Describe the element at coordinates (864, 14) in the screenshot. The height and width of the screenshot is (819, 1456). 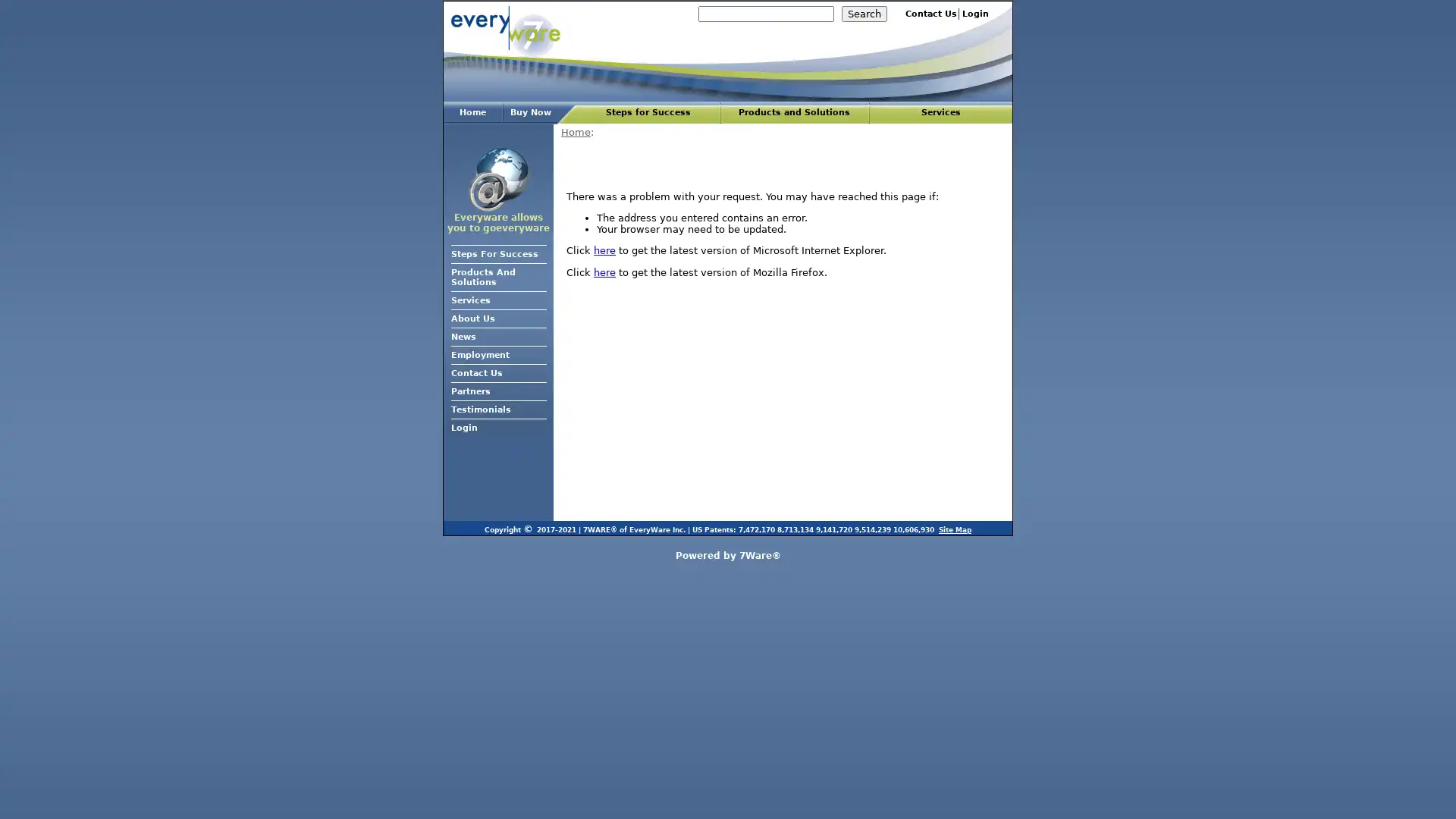
I see `Search` at that location.